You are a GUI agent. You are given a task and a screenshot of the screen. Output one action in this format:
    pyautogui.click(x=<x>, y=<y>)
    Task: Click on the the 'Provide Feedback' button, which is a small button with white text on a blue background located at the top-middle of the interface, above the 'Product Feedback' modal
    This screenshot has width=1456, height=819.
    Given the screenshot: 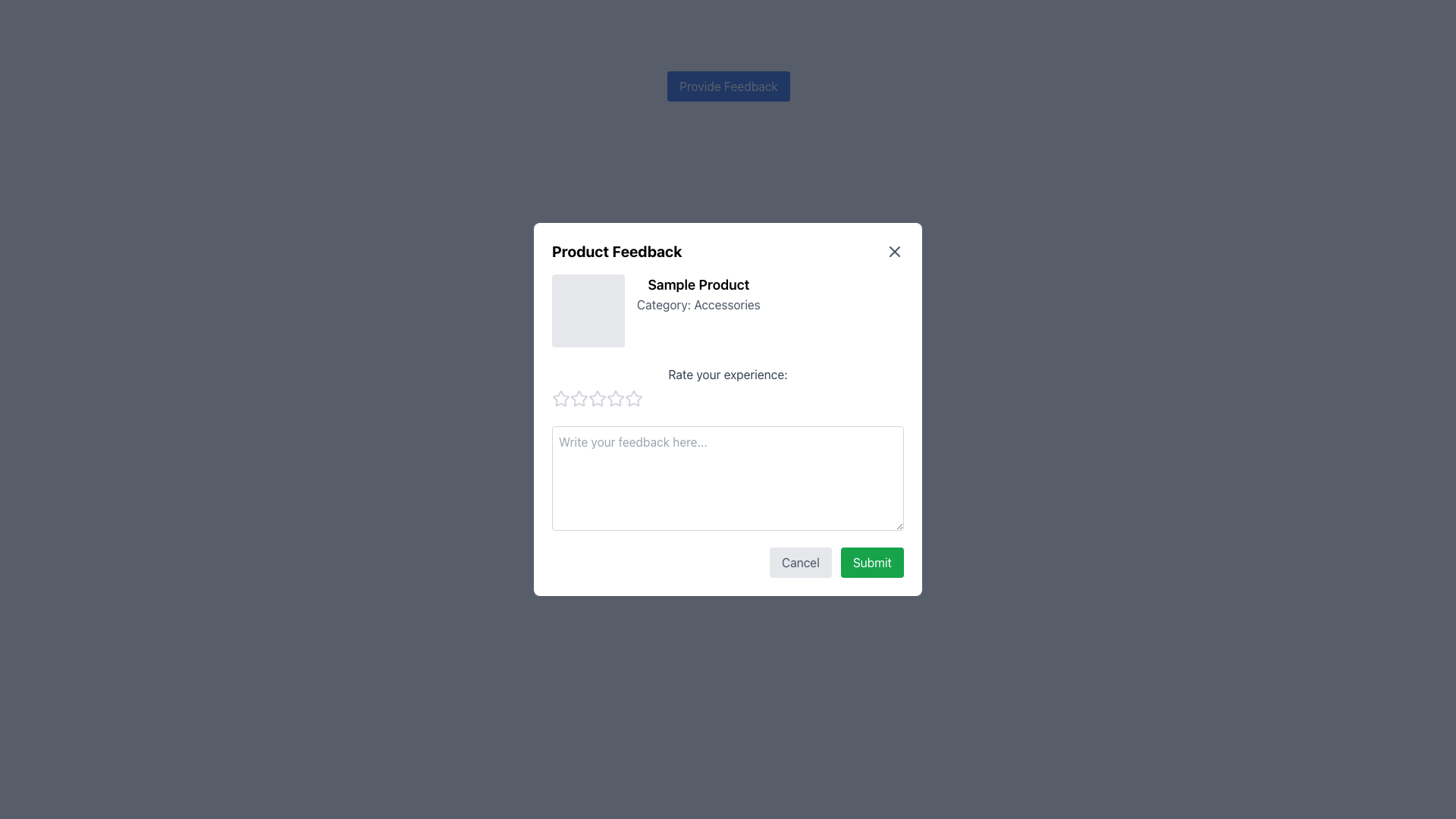 What is the action you would take?
    pyautogui.click(x=728, y=86)
    